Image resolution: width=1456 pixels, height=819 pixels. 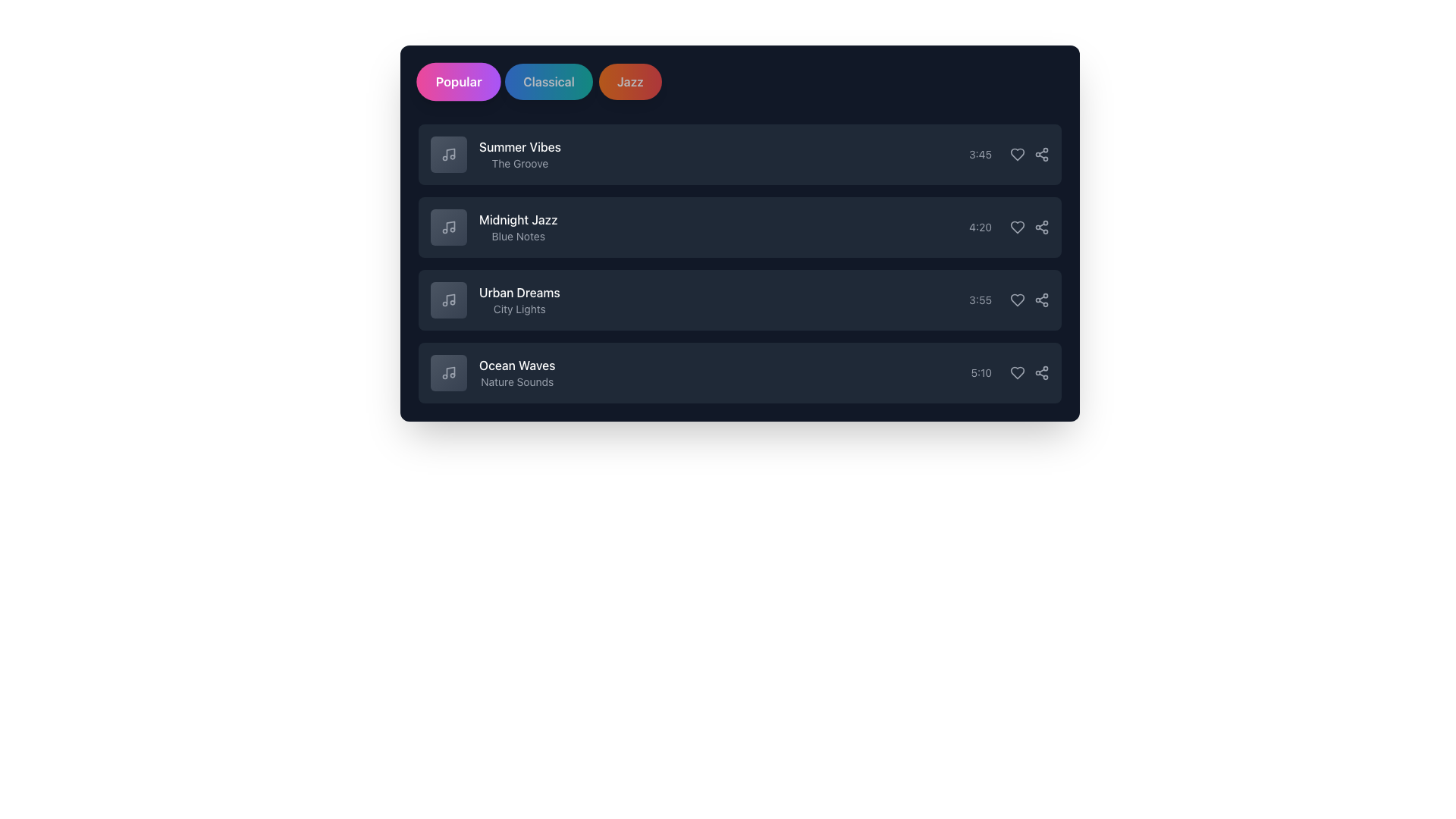 What do you see at coordinates (1010, 373) in the screenshot?
I see `the icon button located in the bottom-most row of the list component, positioned to the right of the '5:10' text and left of the sharing icon` at bounding box center [1010, 373].